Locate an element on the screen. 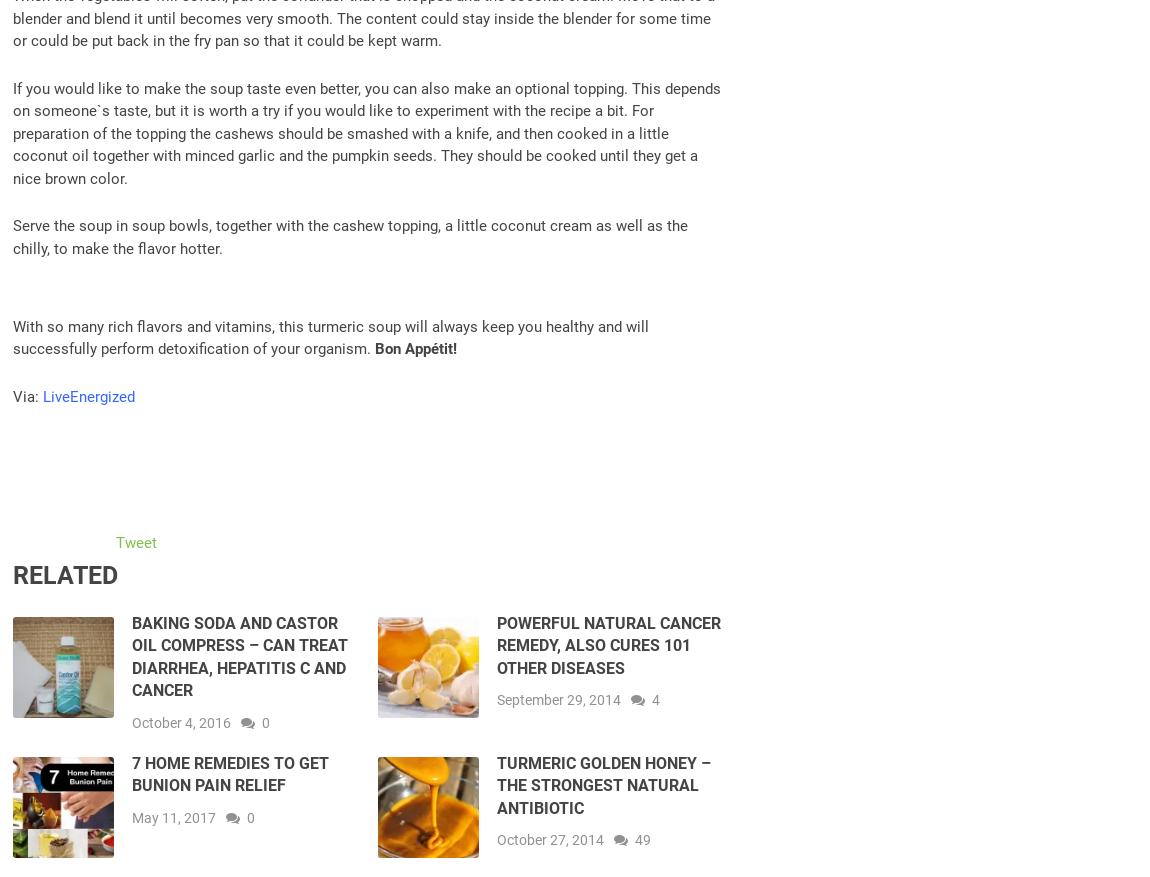 Image resolution: width=1150 pixels, height=877 pixels. 'With so many rich flavors and vitamins, this turmeric soup will always keep you healthy and will successfully perform detoxification of your organism.' is located at coordinates (330, 336).